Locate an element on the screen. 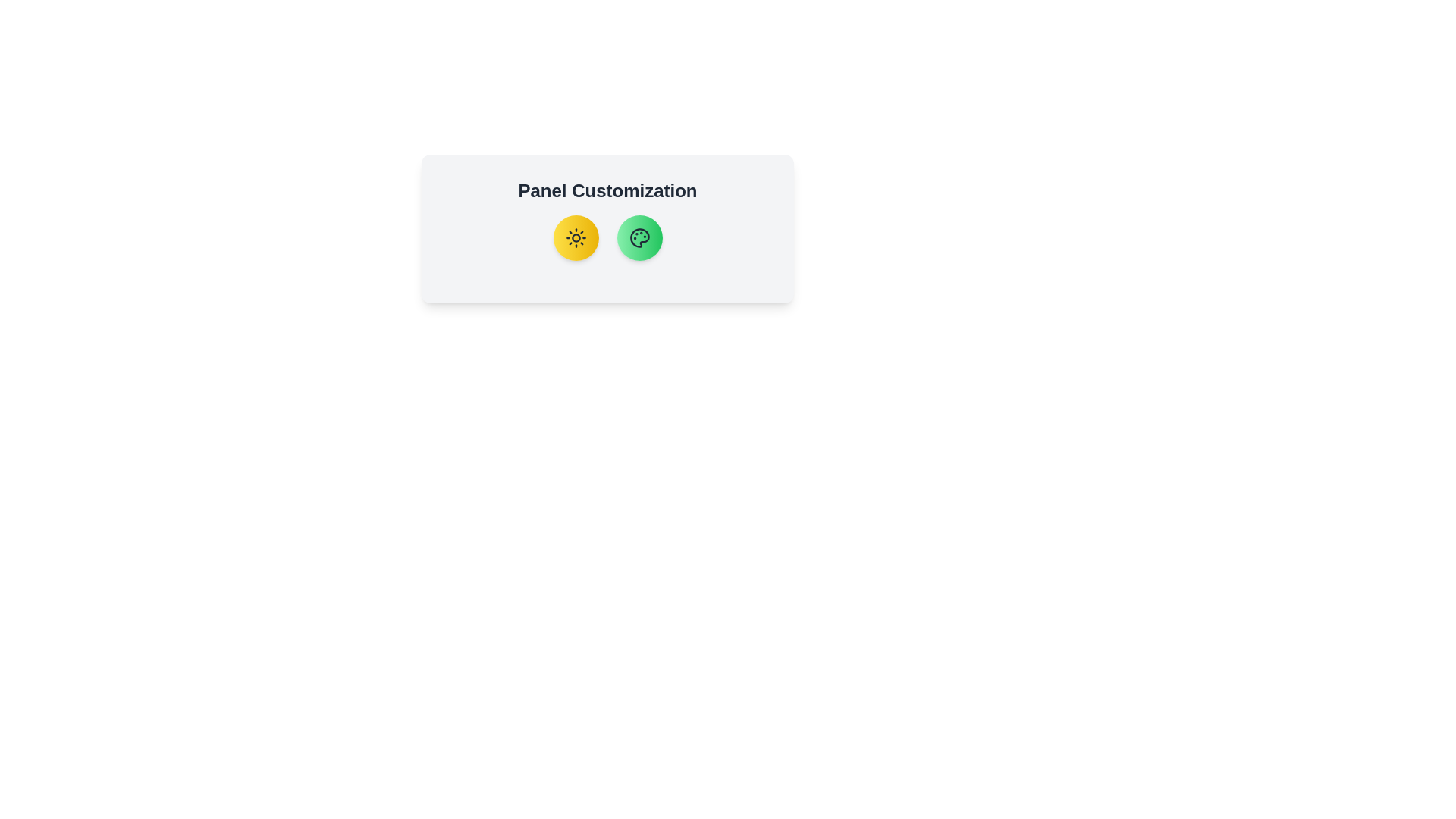 The image size is (1456, 819). the color palette icon located centrally below the 'Panel Customization' title, which is the rightmost item among two circular buttons is located at coordinates (639, 237).